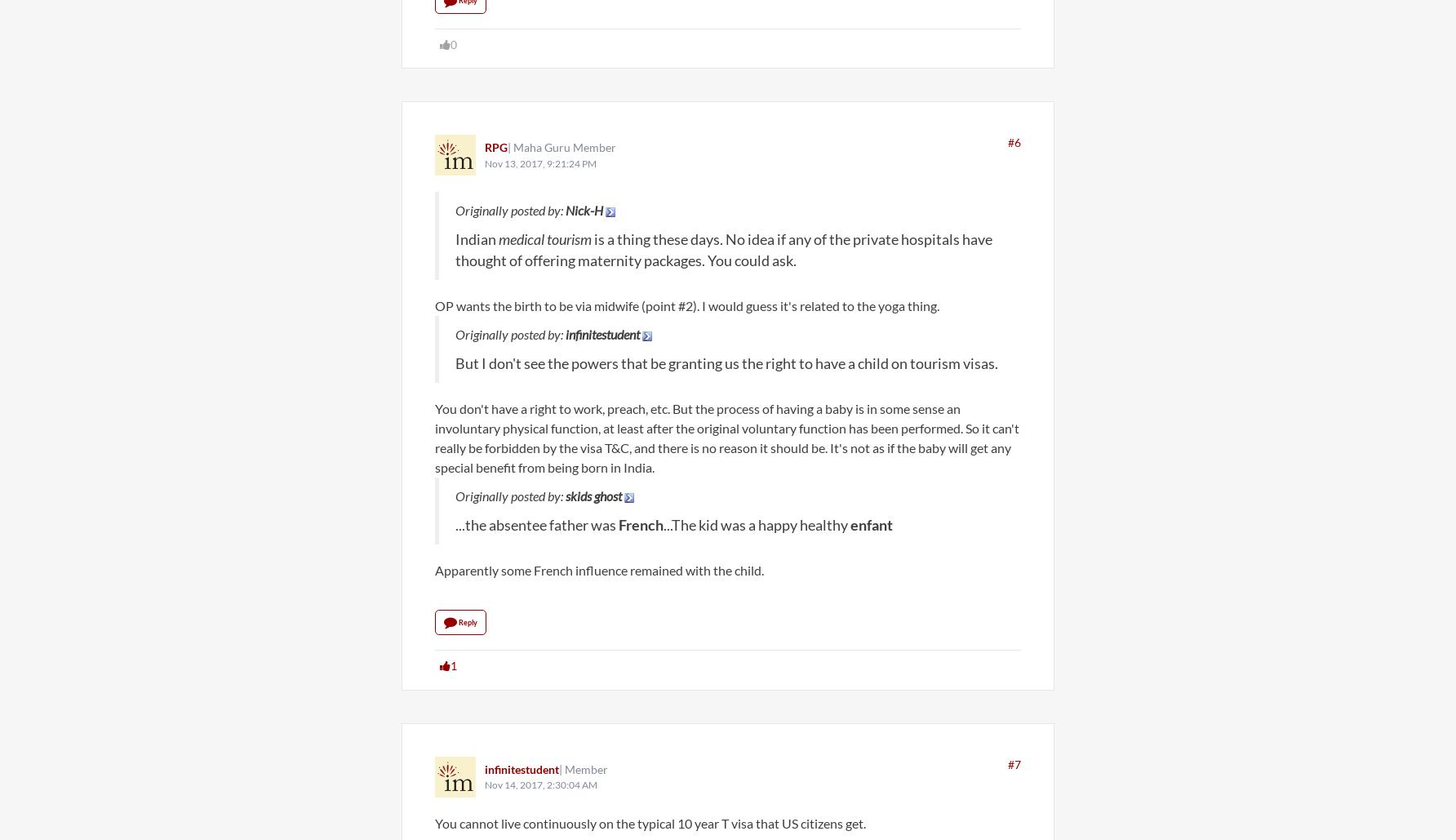  I want to click on 'You don't have a right to work, preach, etc. But the process of having a baby is in some sense an involuntary physical function, at least after the original voluntary function has been performed. So it can't really be forbidden by the visa T&C, and there is no reason it should be. It's not as if the baby will get any special benefit from being born in India.', so click(726, 437).